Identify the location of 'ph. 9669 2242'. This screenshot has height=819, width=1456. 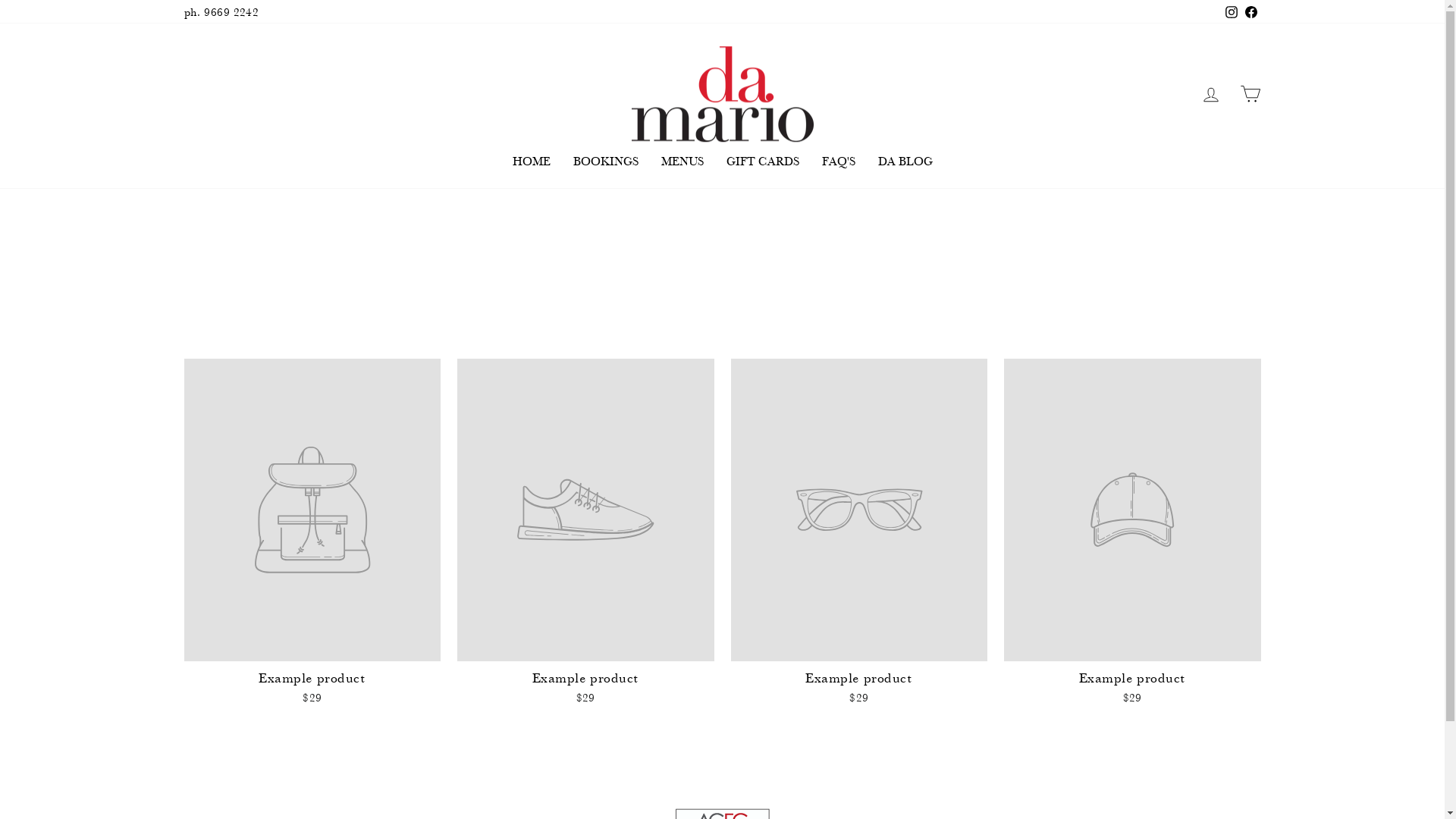
(220, 11).